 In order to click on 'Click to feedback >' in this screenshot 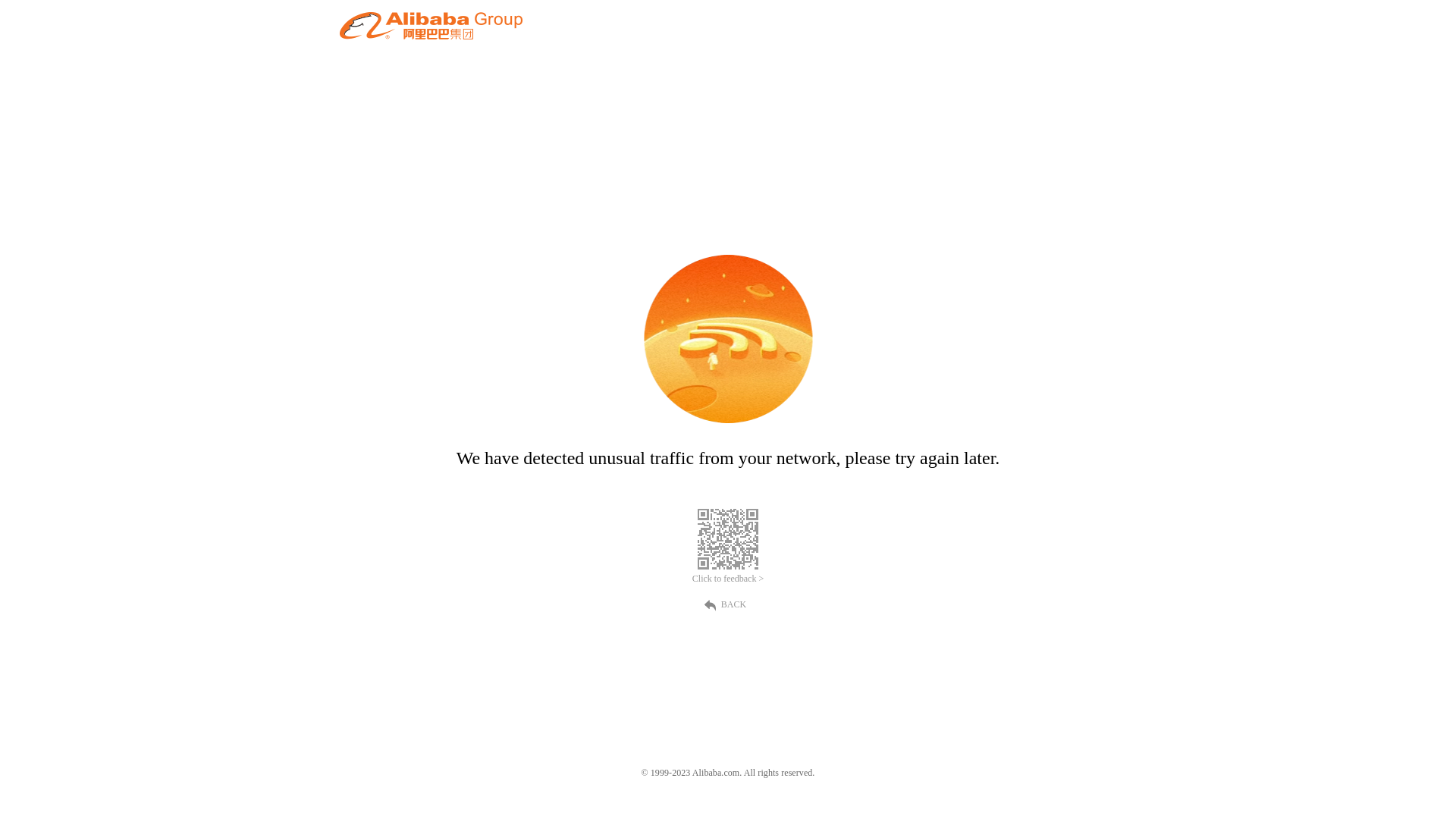, I will do `click(728, 579)`.